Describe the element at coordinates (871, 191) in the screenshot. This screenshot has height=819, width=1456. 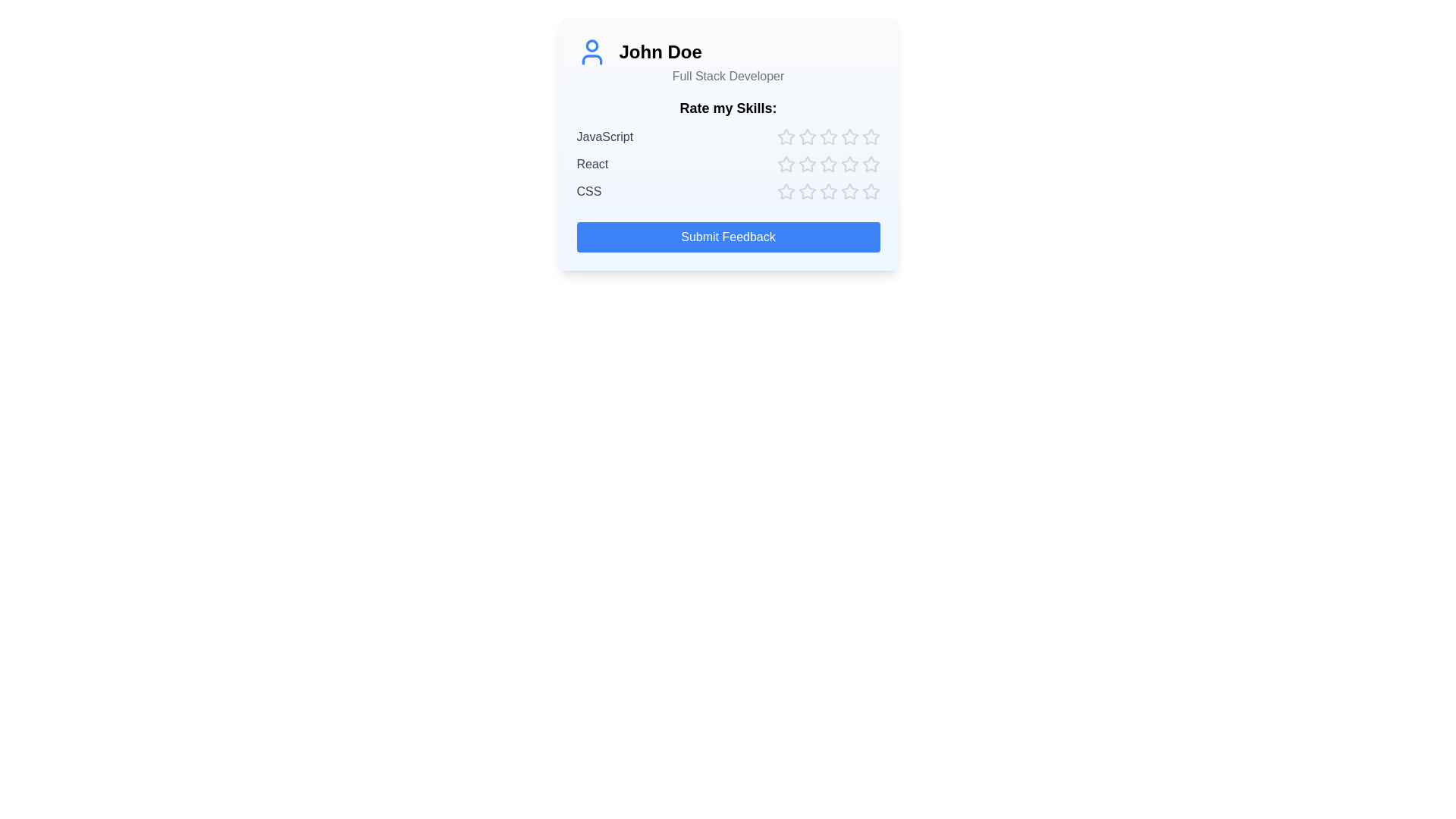
I see `the star corresponding to skill CSS and rating 5` at that location.